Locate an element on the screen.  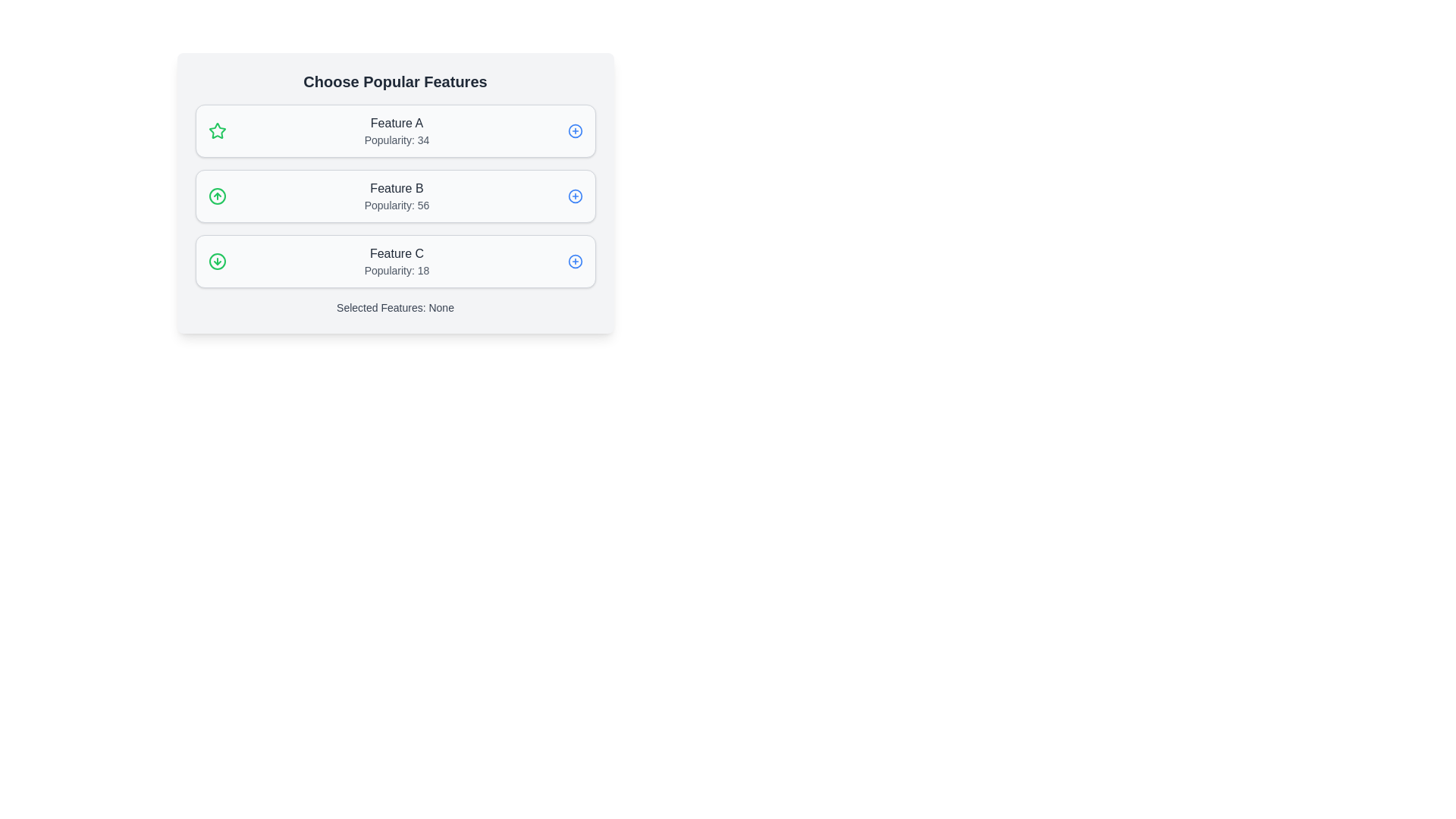
the feature card Feature B by clicking on it is located at coordinates (395, 195).